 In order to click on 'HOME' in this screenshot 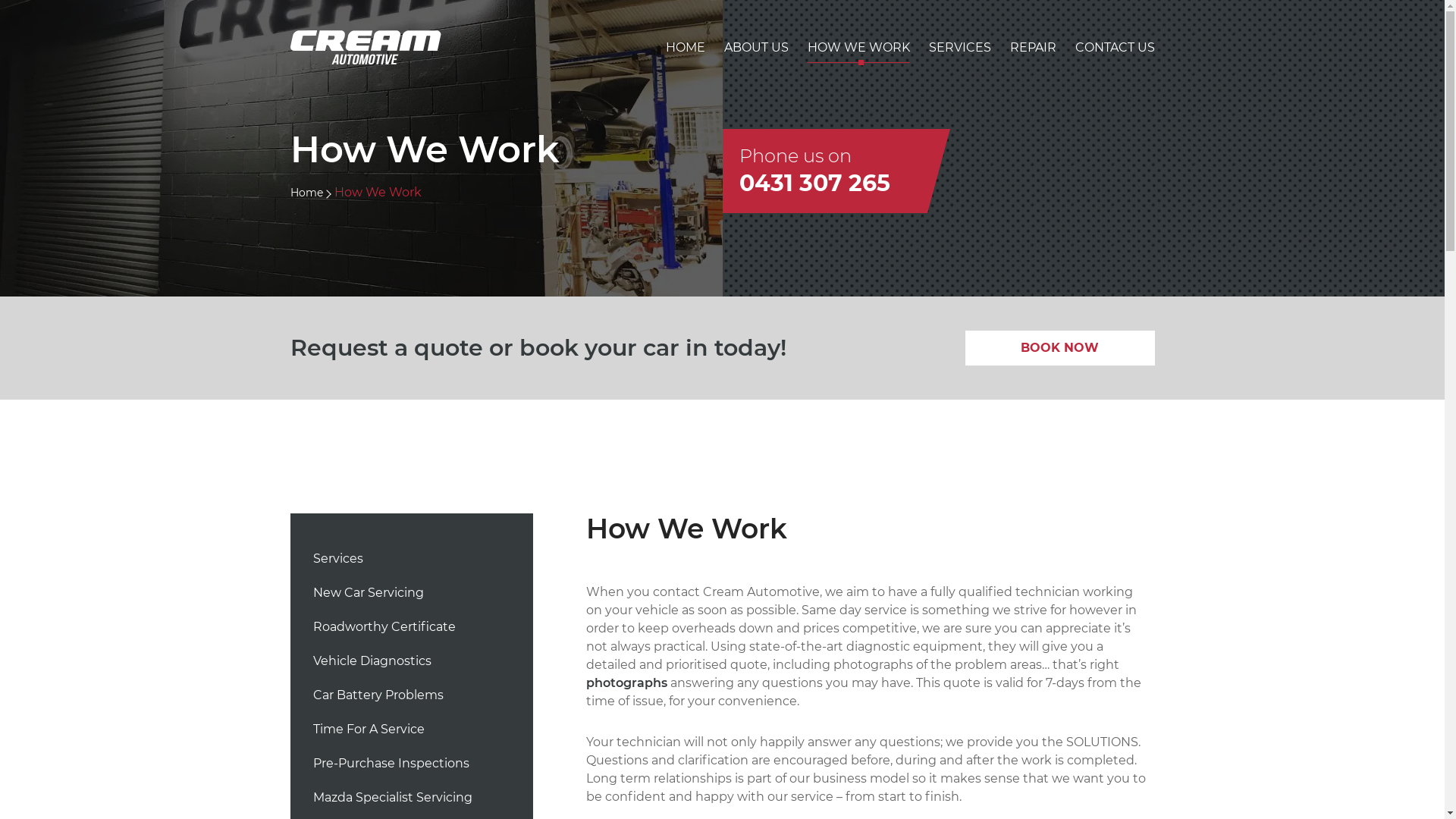, I will do `click(684, 52)`.